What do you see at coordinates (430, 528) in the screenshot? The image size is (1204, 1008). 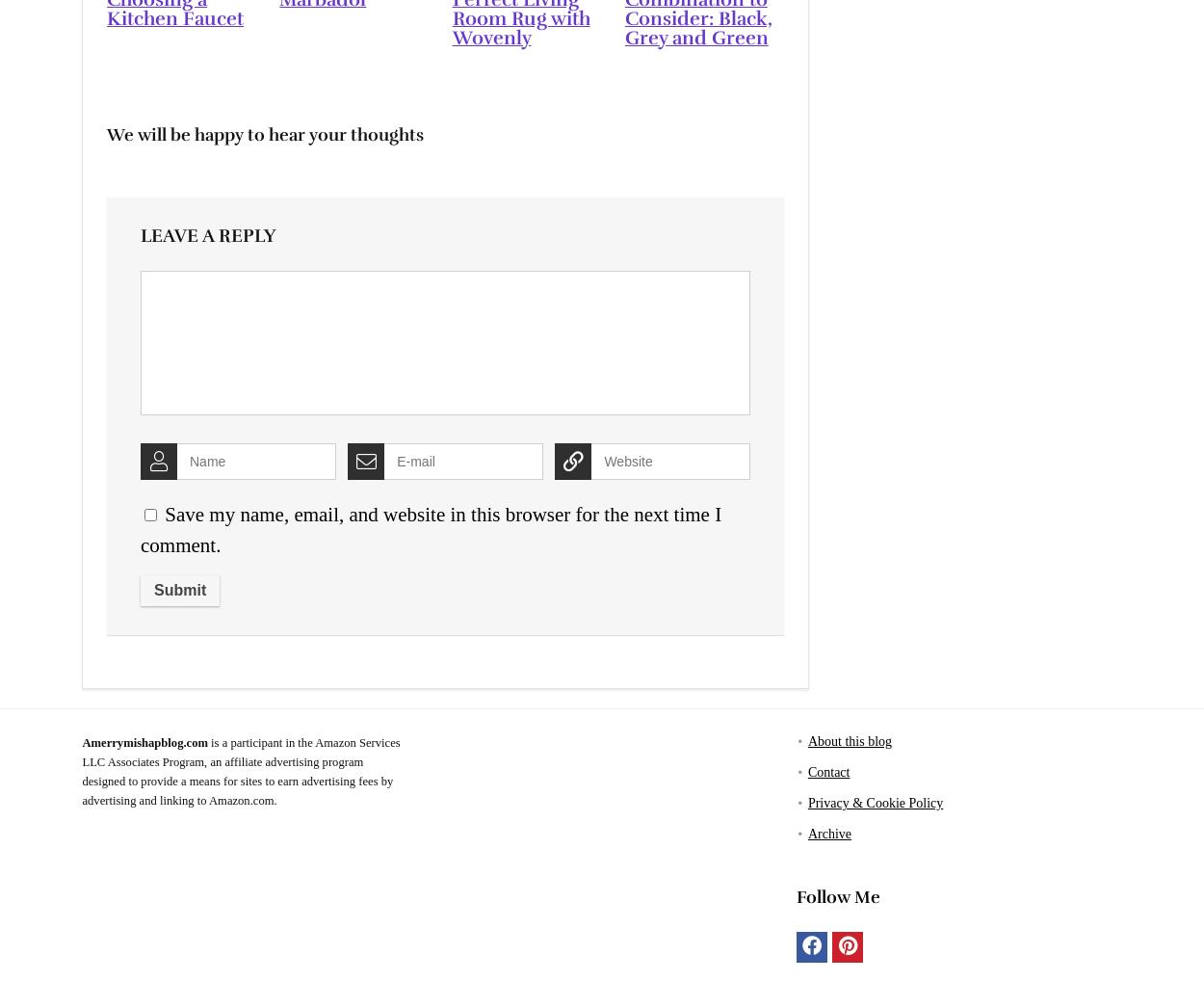 I see `'Save my name, email, and website in this browser for the next time I comment.'` at bounding box center [430, 528].